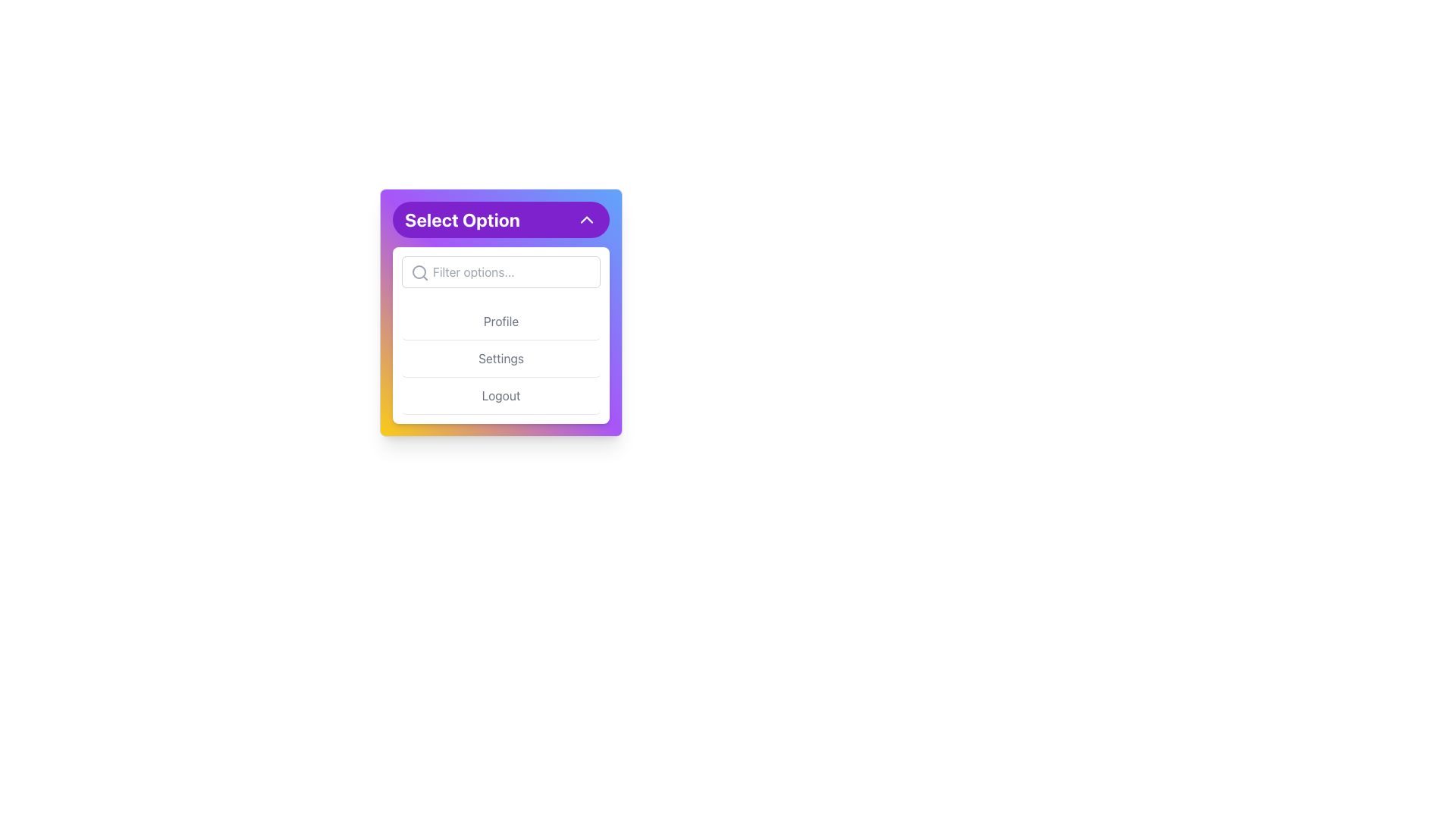  I want to click on the 'Logout' button, which is a rectangular button with rounded corners and a hover effect, located at the bottom of the options list, so click(501, 395).